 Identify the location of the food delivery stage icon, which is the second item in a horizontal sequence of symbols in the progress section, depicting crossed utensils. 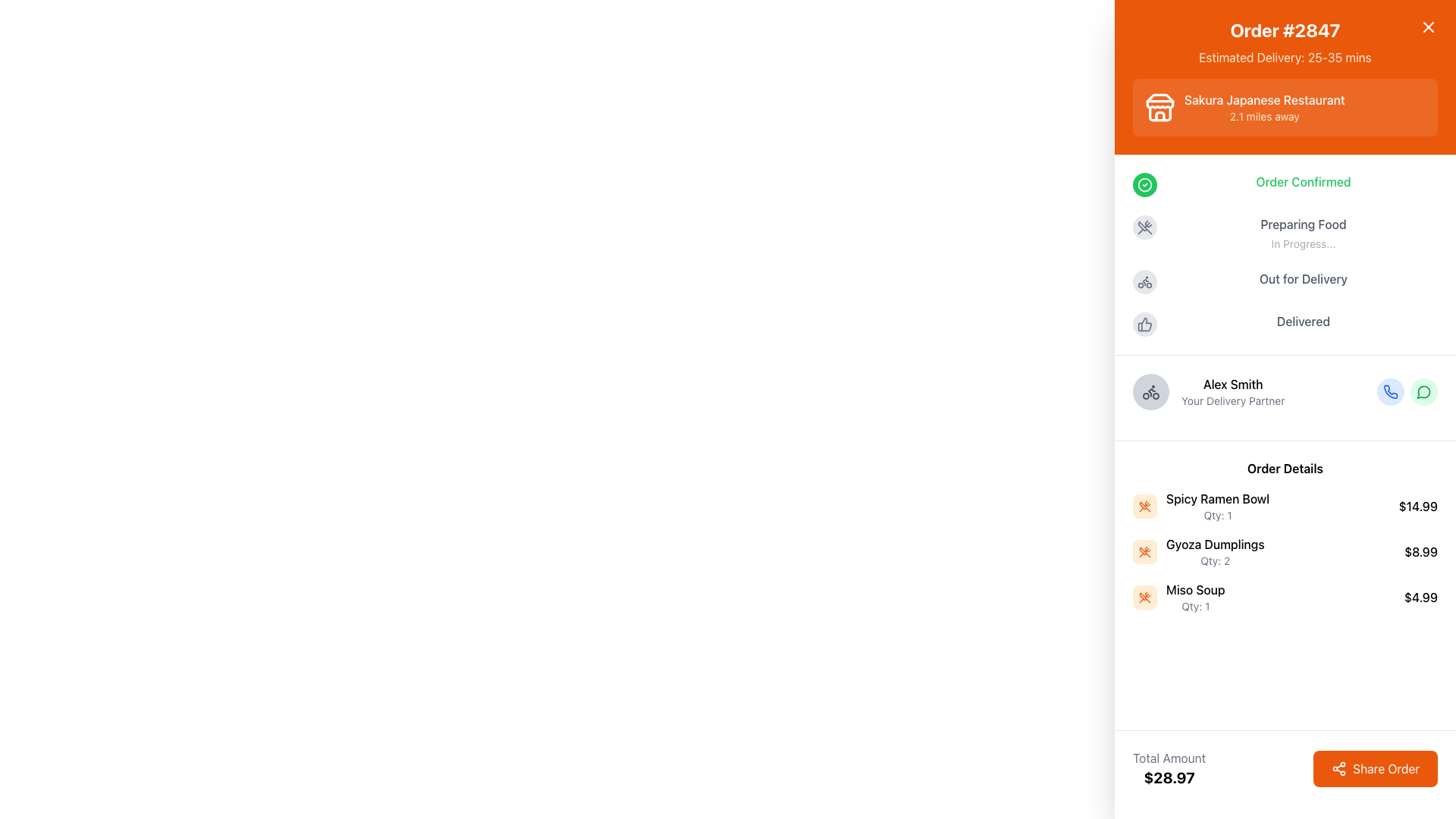
(1145, 227).